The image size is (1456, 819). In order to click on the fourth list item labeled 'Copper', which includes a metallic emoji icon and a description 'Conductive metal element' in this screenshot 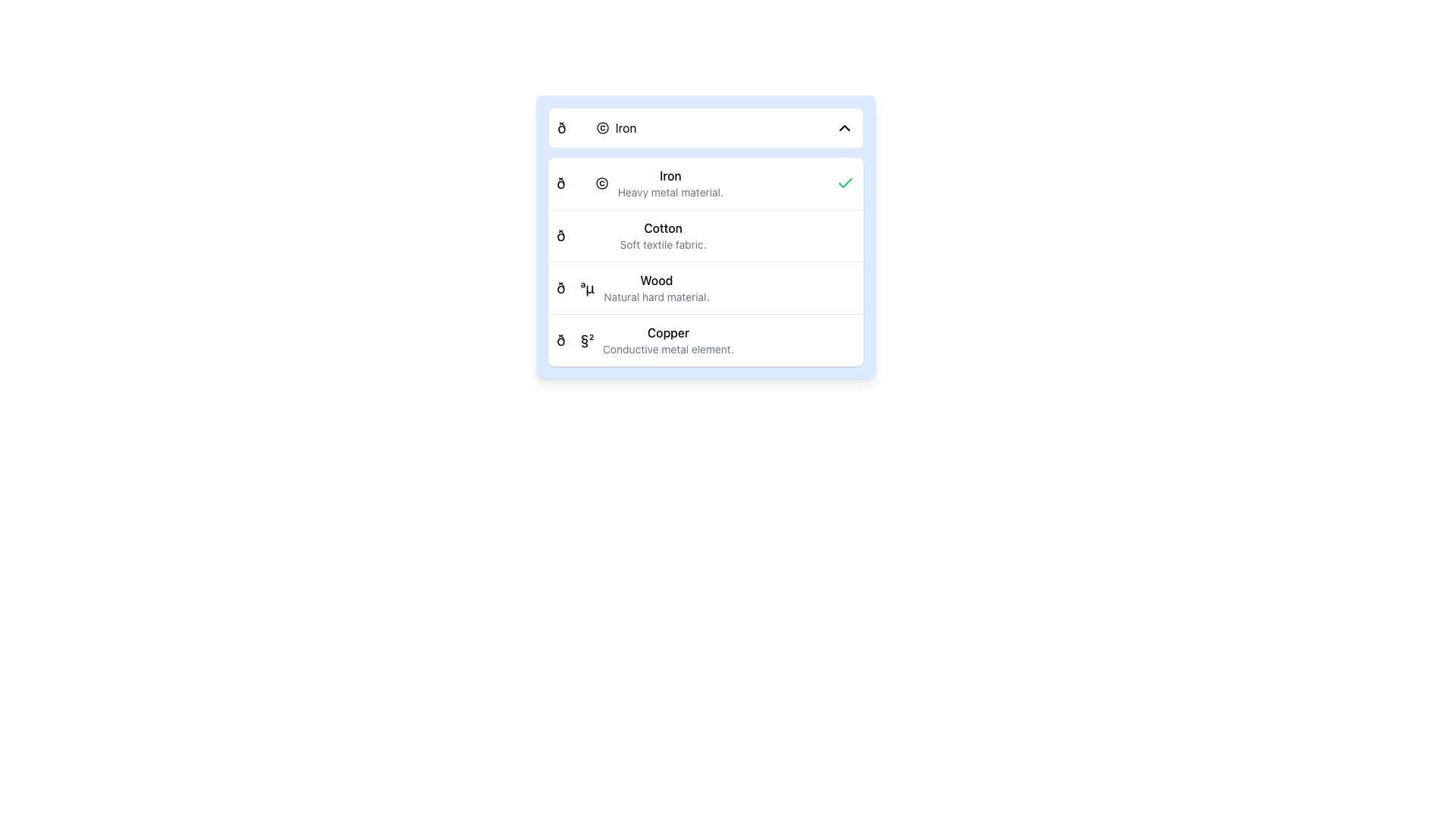, I will do `click(704, 339)`.